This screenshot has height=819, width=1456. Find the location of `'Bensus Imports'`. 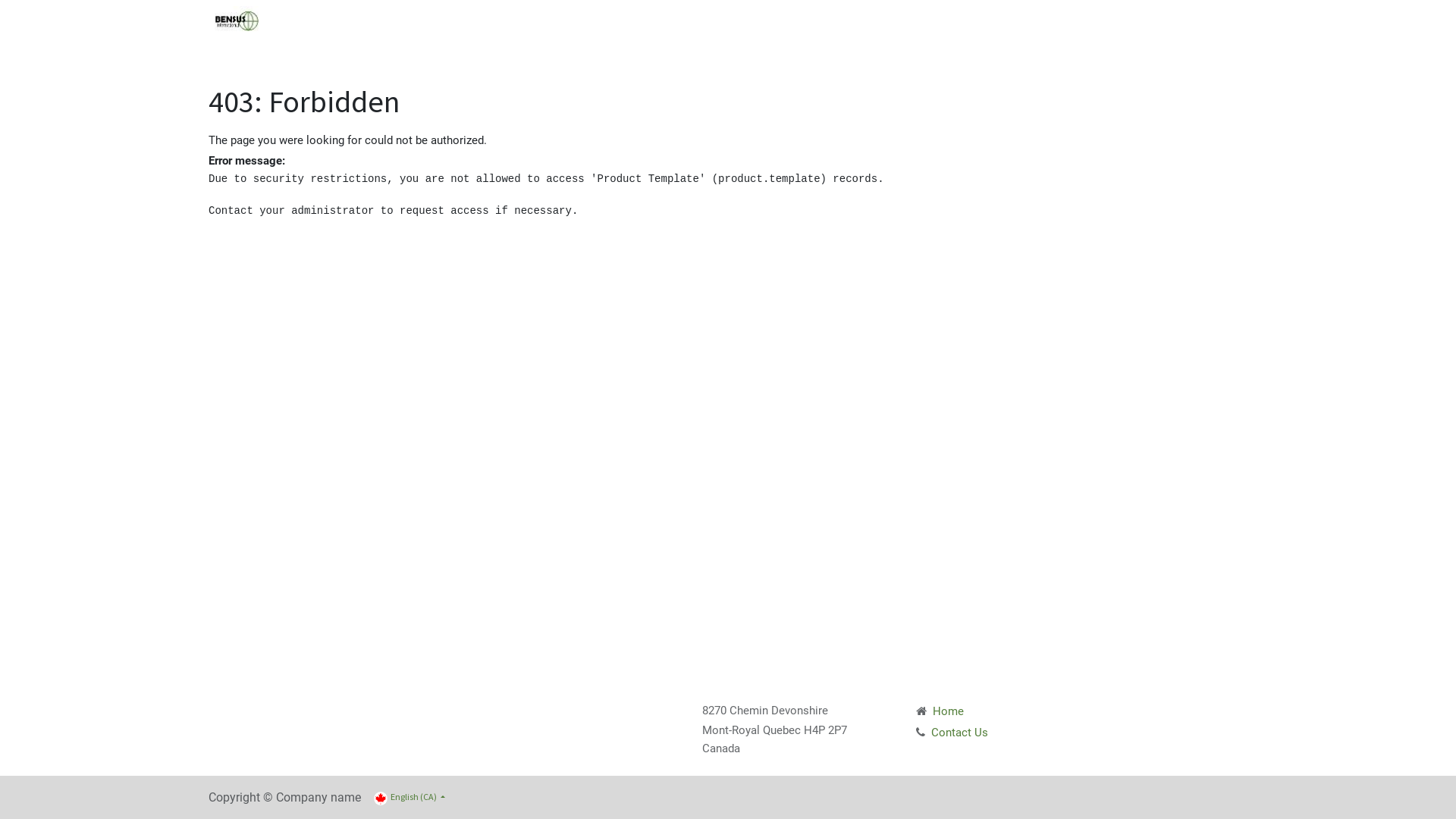

'Bensus Imports' is located at coordinates (236, 20).